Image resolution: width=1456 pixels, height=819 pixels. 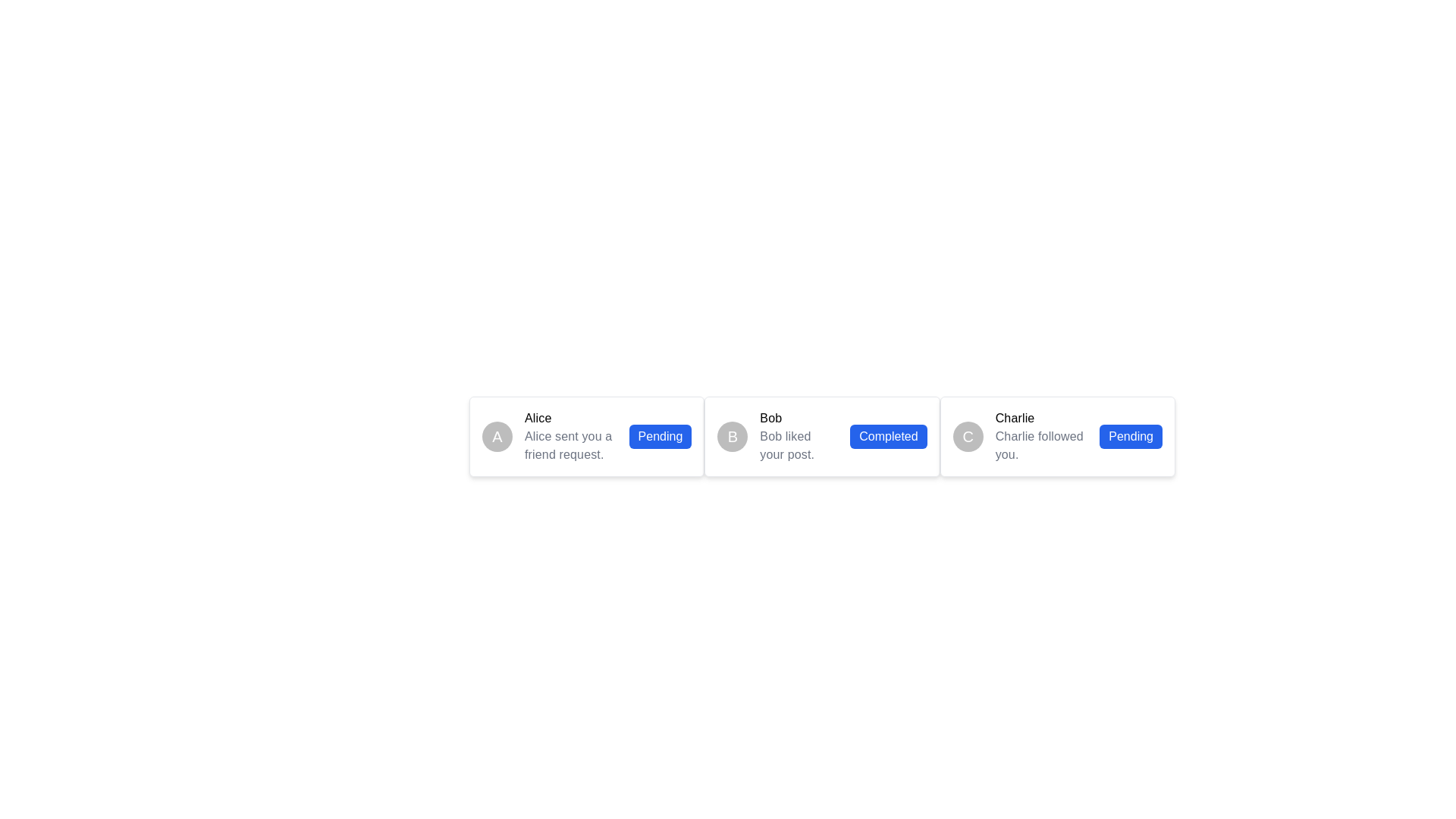 I want to click on the circular blue avatar with the letter 'B' in white text, located on the left side of the notification card that states 'Bob liked your post.', so click(x=733, y=436).